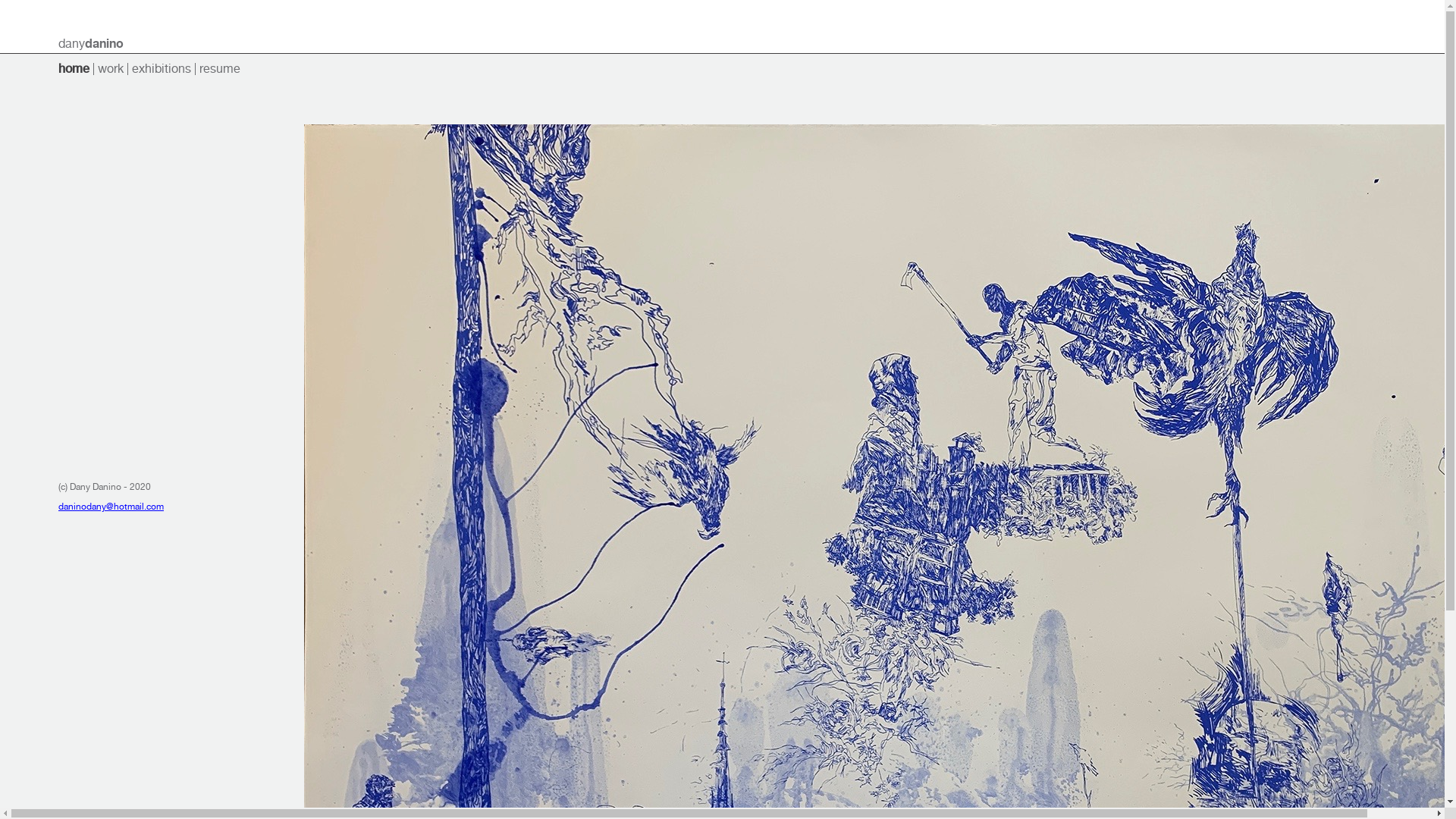 This screenshot has height=819, width=1456. What do you see at coordinates (218, 68) in the screenshot?
I see `'resume'` at bounding box center [218, 68].